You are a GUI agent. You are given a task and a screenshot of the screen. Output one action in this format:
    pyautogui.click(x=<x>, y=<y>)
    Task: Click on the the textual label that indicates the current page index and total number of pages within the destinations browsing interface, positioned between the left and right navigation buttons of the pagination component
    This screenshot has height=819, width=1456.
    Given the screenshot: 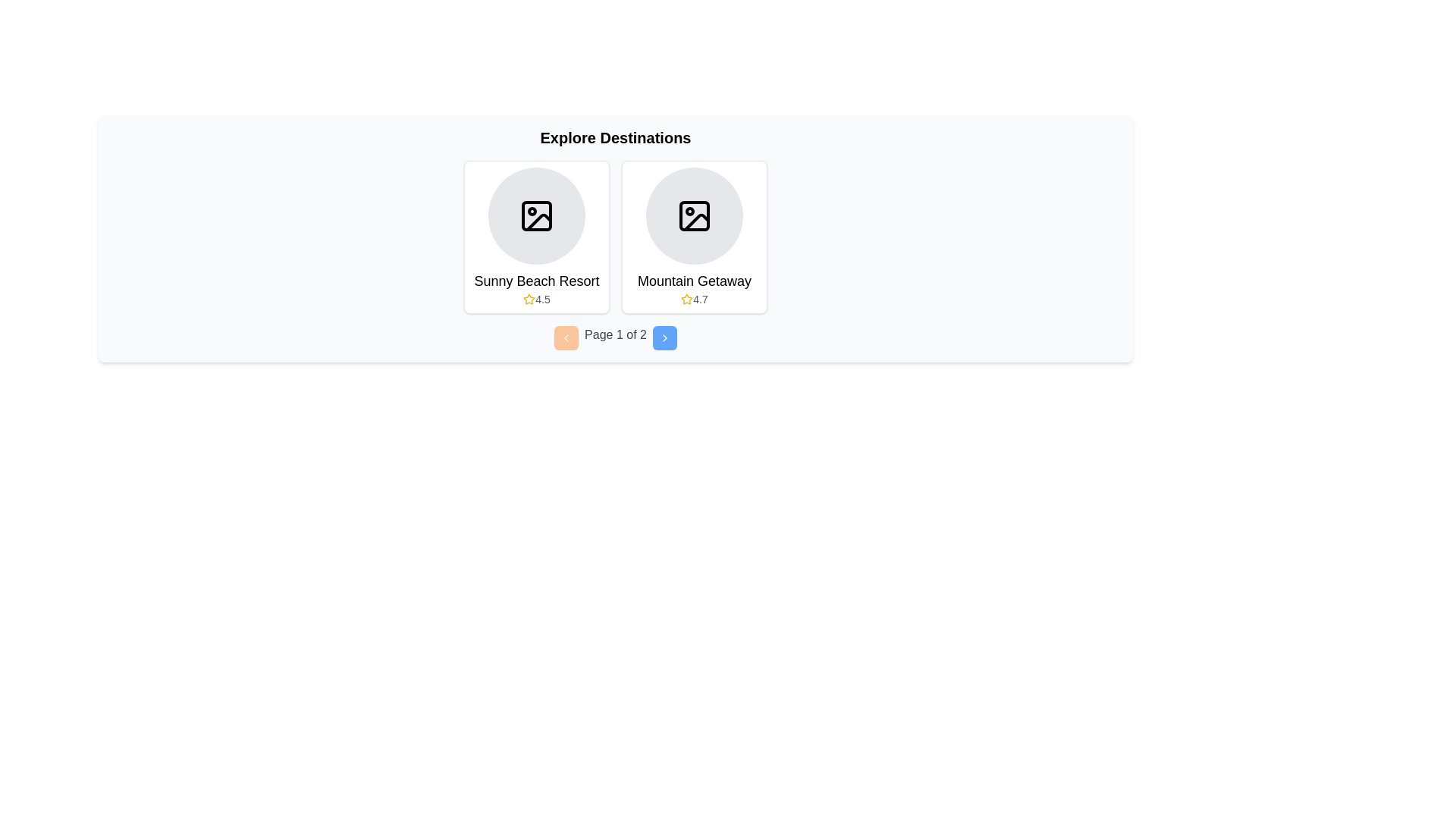 What is the action you would take?
    pyautogui.click(x=615, y=337)
    